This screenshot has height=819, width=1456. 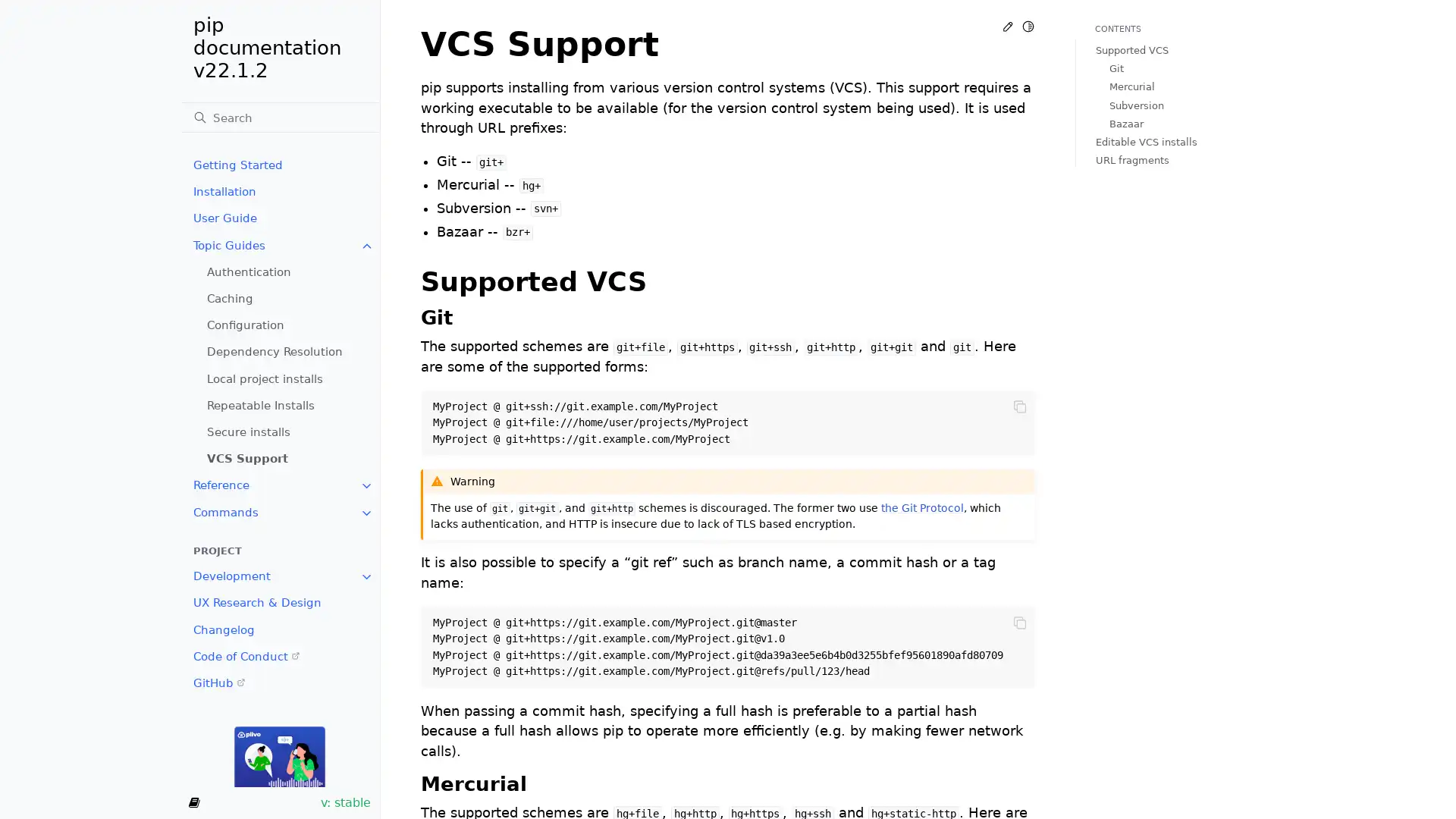 I want to click on Copy to clipboard, so click(x=1019, y=623).